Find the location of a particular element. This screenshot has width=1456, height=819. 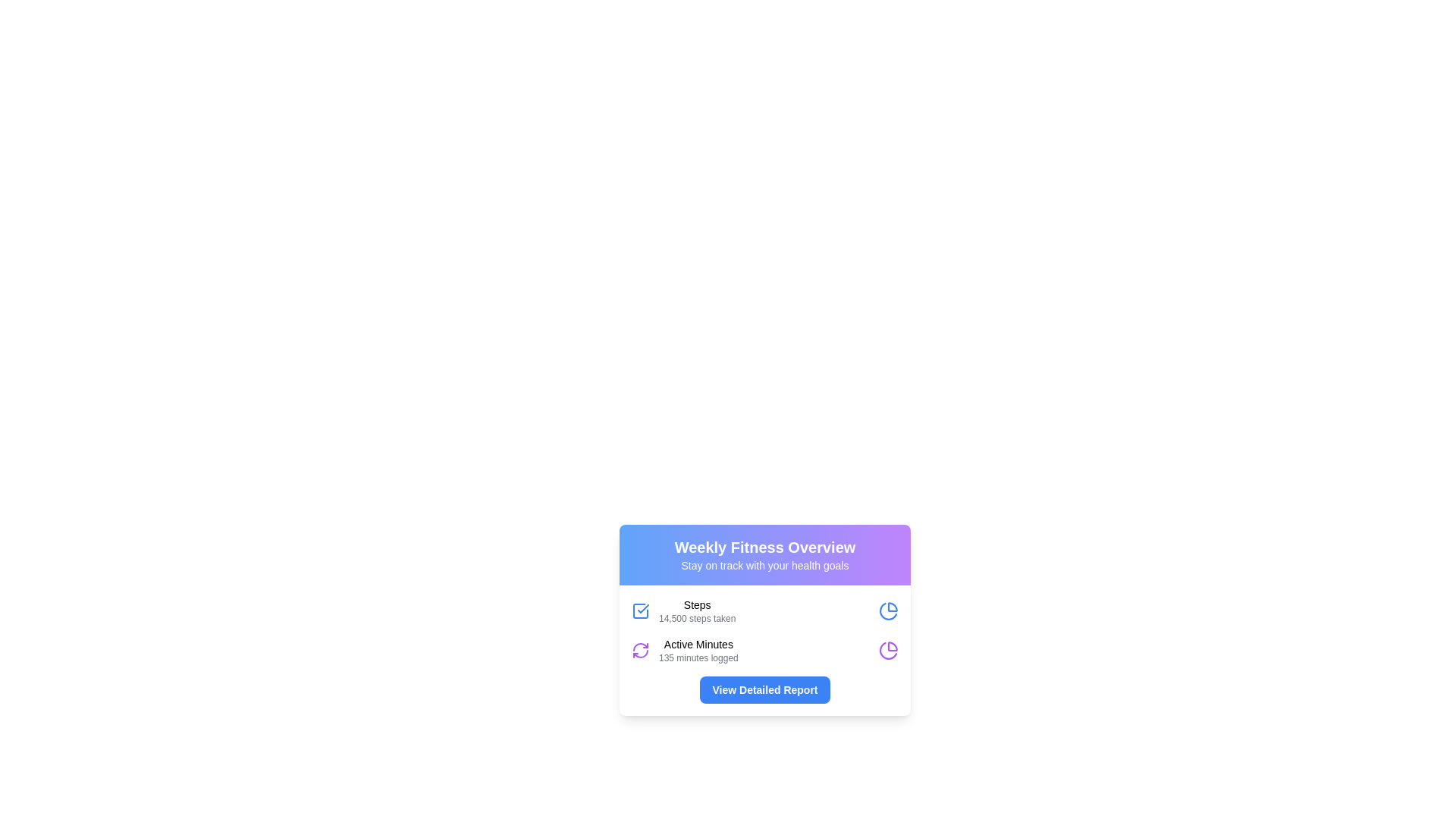

the button with a blue background and white text that reads 'View Detailed Report' is located at coordinates (764, 690).